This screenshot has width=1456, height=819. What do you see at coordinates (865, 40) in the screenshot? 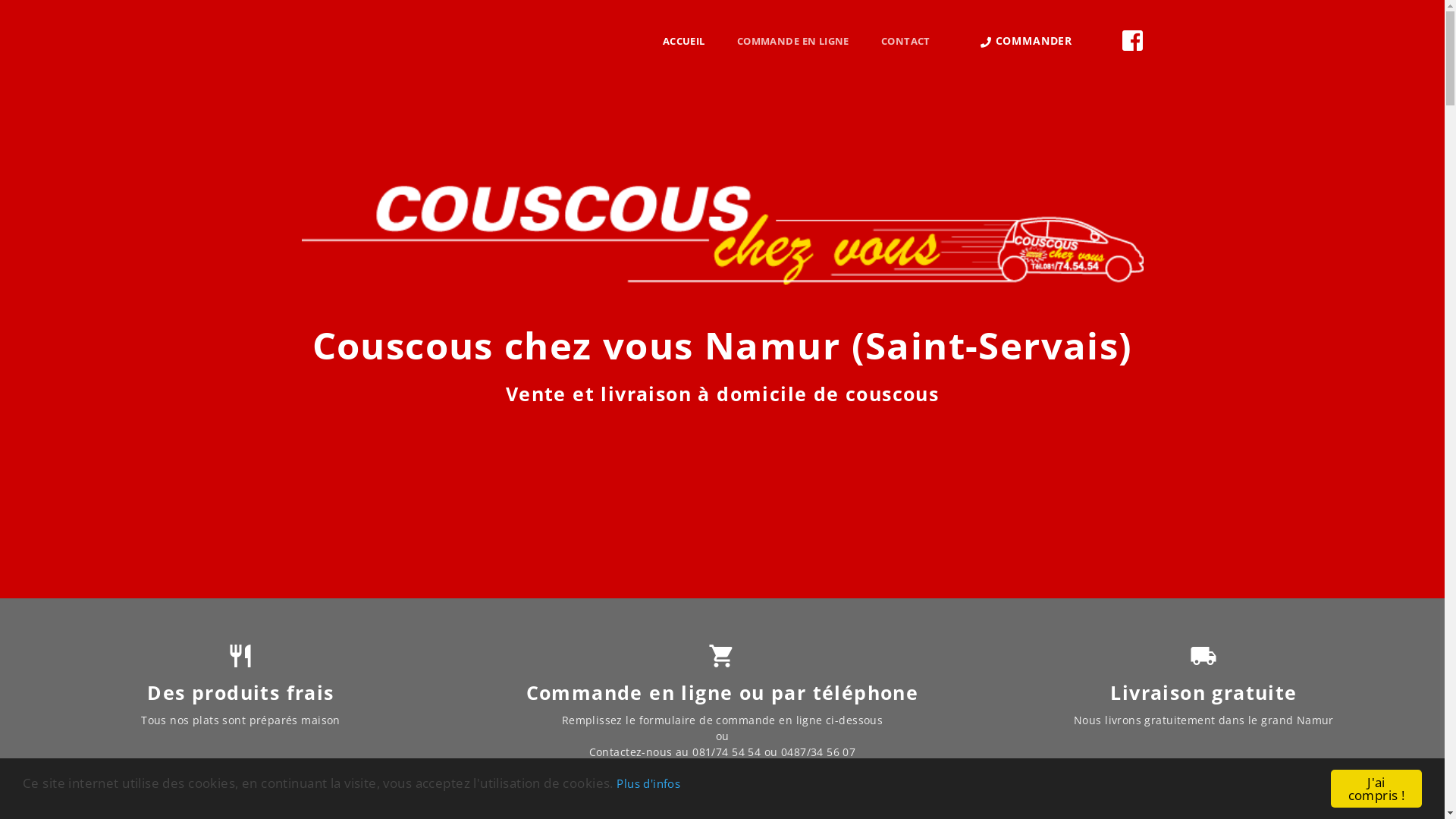
I see `'CONTACT'` at bounding box center [865, 40].